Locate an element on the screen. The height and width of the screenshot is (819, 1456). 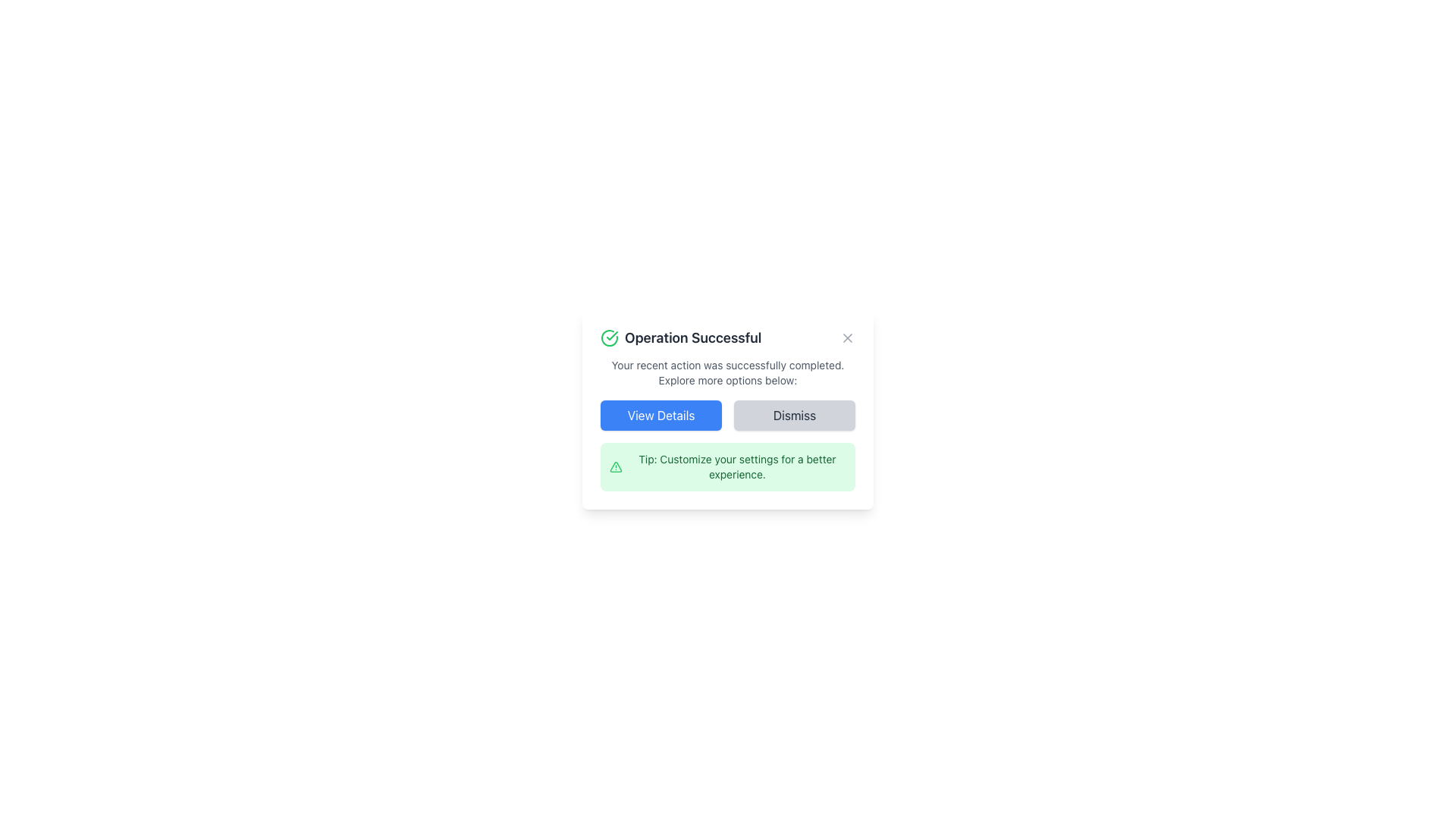
success message displayed in the Notification Header located at the top of the modal, which confirms the user's recent action was successful is located at coordinates (728, 337).